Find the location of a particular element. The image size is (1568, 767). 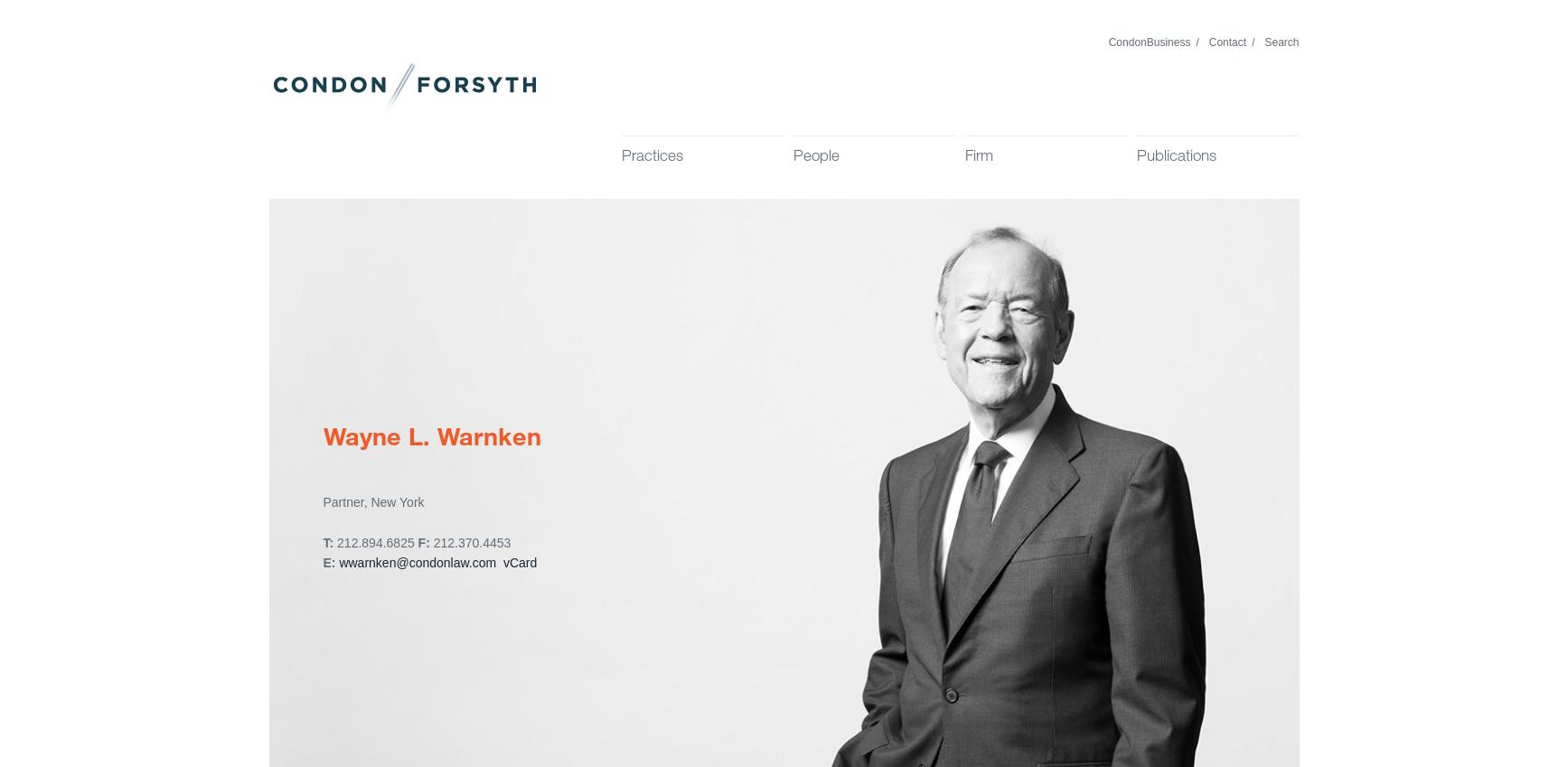

'wwarnken@' is located at coordinates (373, 562).